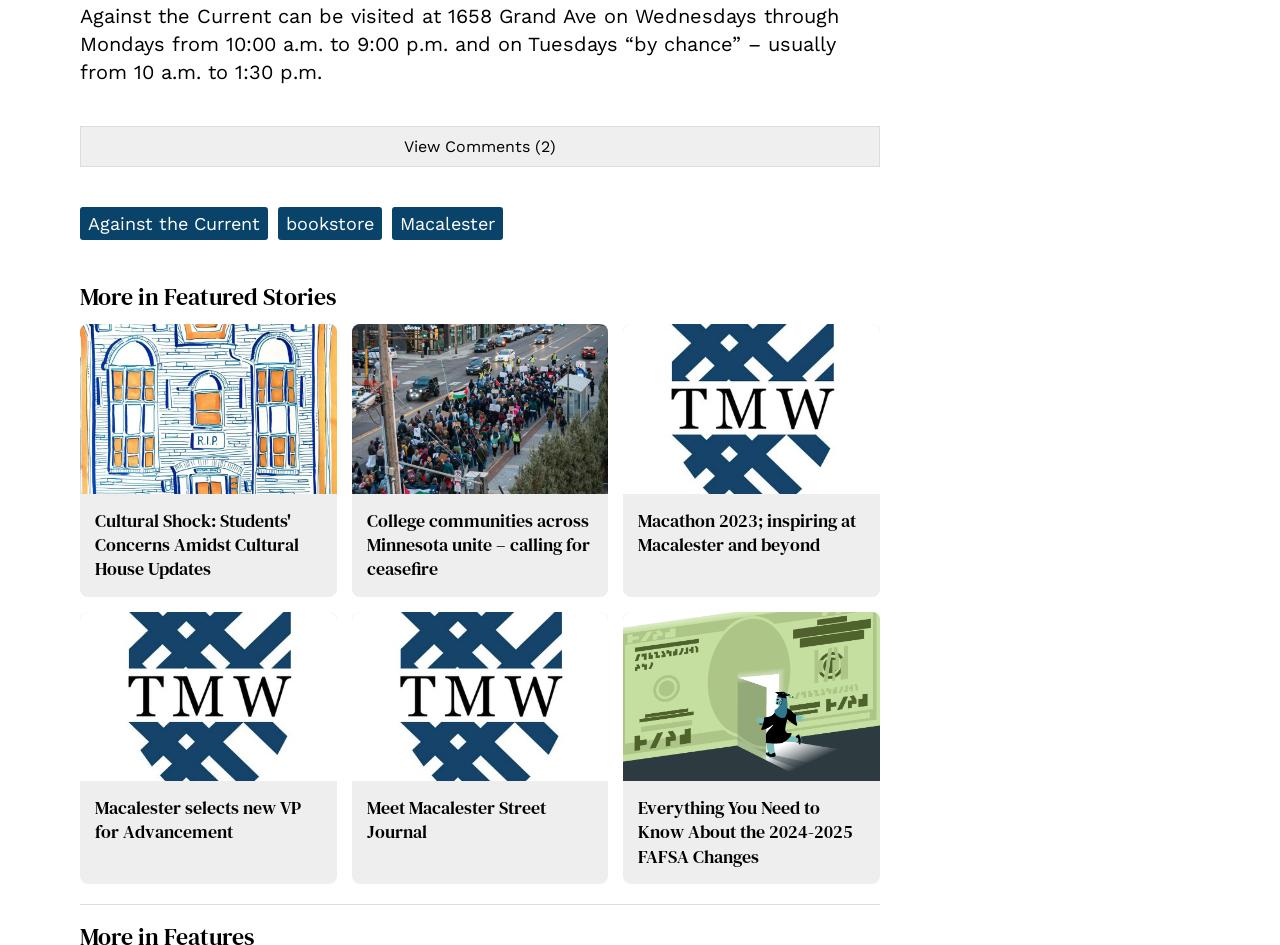 Image resolution: width=1280 pixels, height=945 pixels. I want to click on 'Everything You Need to Know About the 2024-2025 FAFSA Changes', so click(744, 831).